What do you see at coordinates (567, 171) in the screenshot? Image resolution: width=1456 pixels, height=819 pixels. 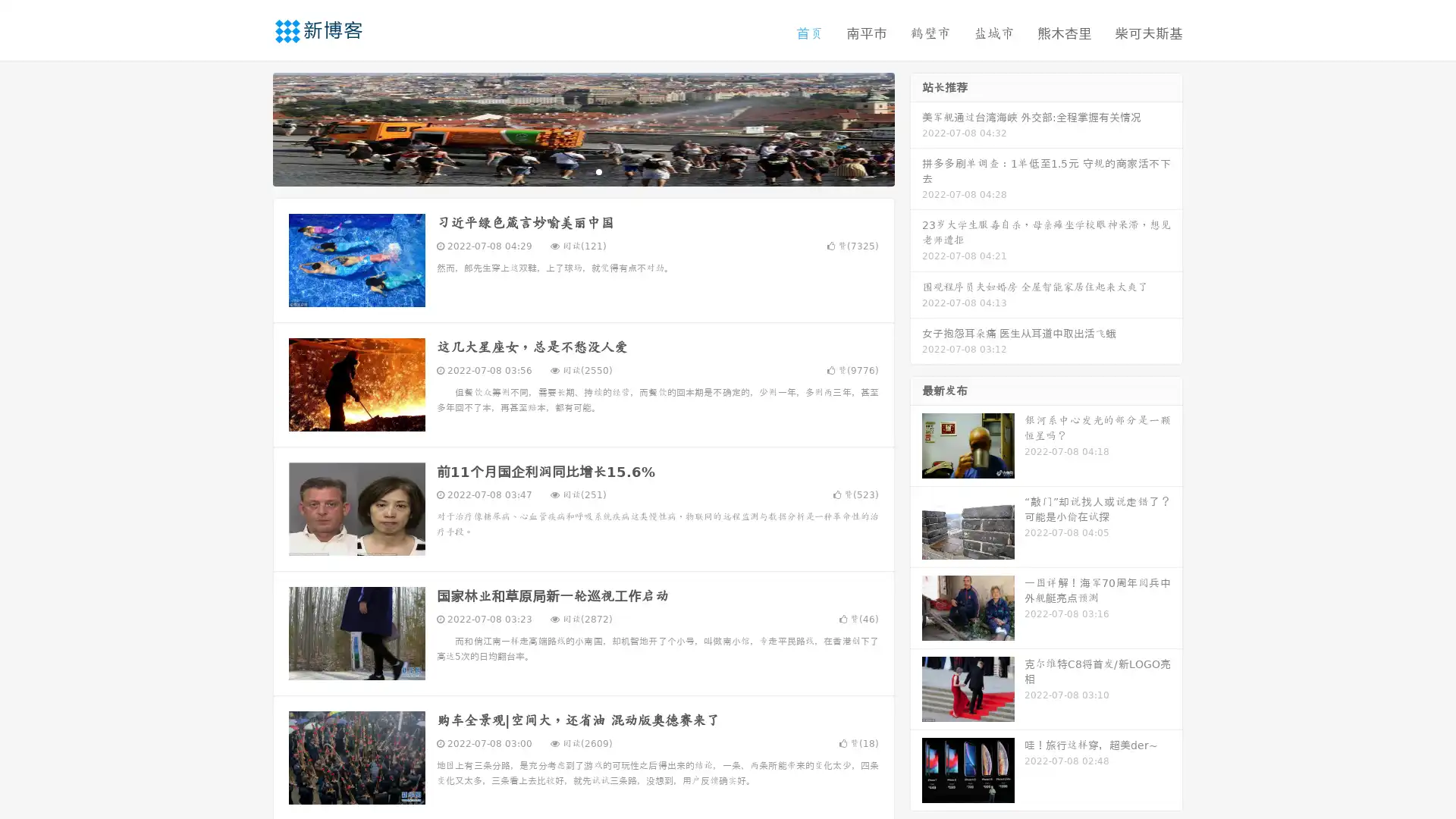 I see `Go to slide 1` at bounding box center [567, 171].